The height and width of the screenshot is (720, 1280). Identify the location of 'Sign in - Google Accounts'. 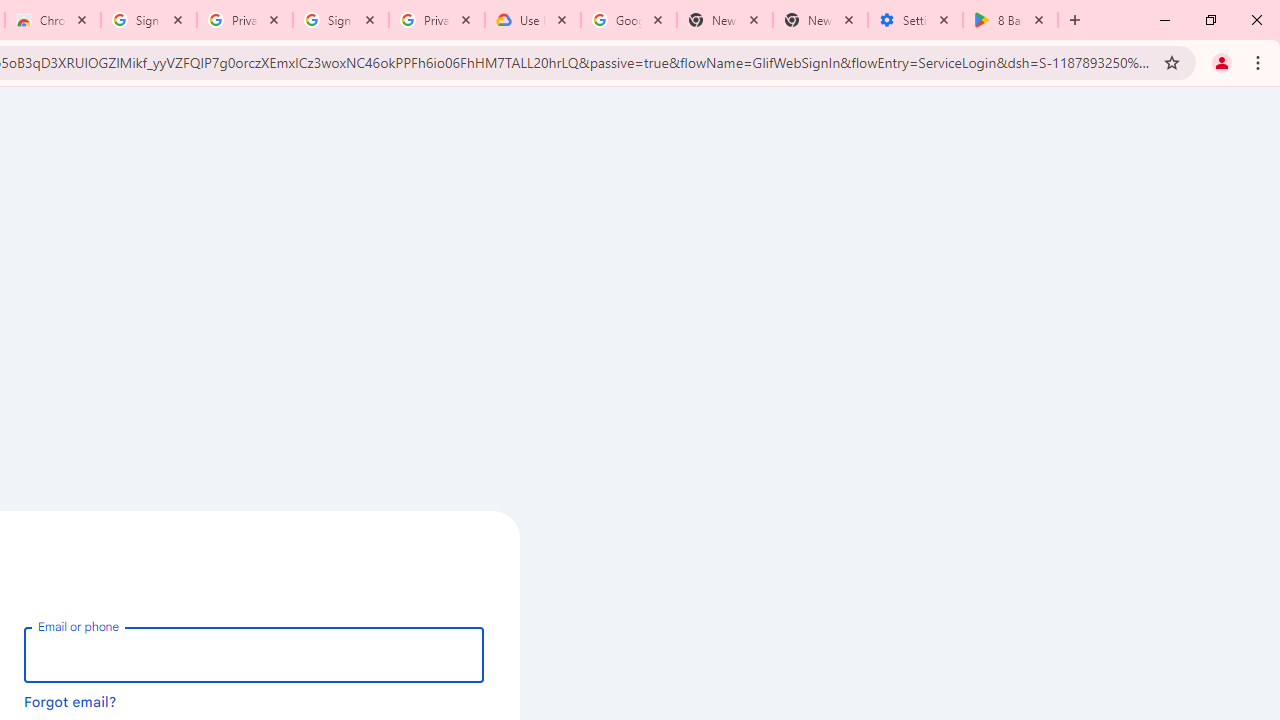
(148, 20).